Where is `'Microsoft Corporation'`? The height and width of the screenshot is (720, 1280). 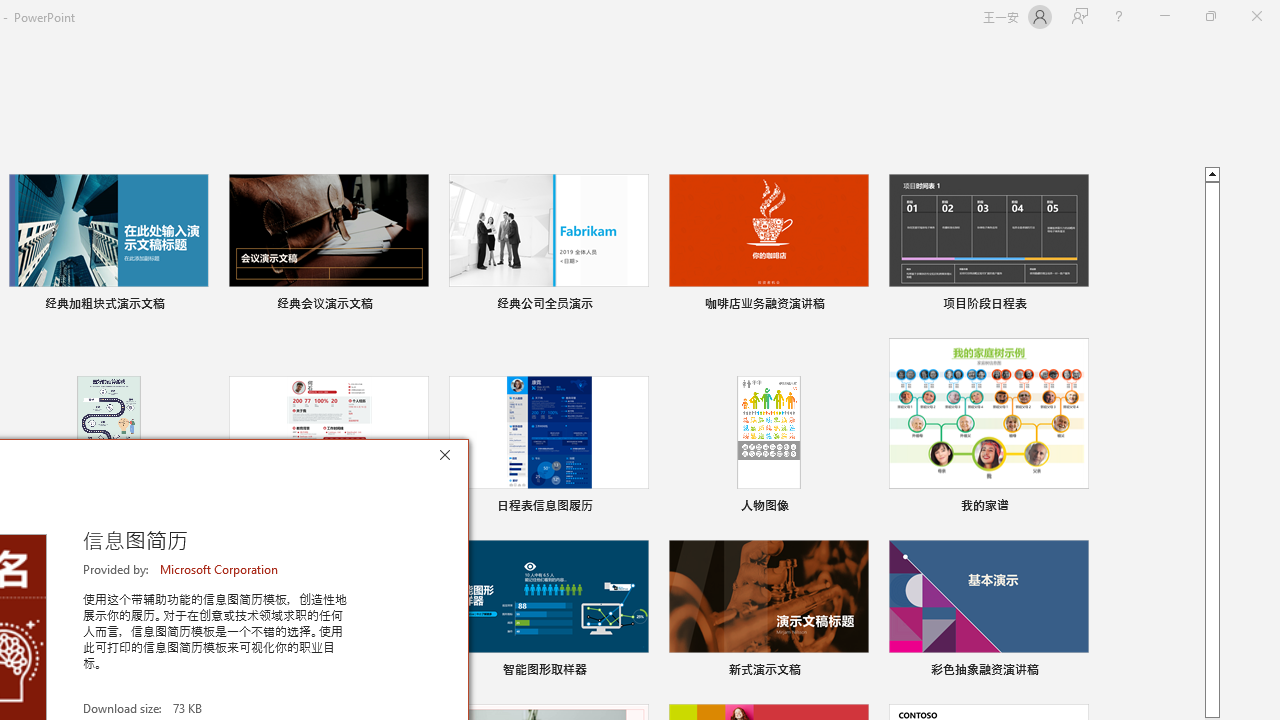
'Microsoft Corporation' is located at coordinates (220, 569).